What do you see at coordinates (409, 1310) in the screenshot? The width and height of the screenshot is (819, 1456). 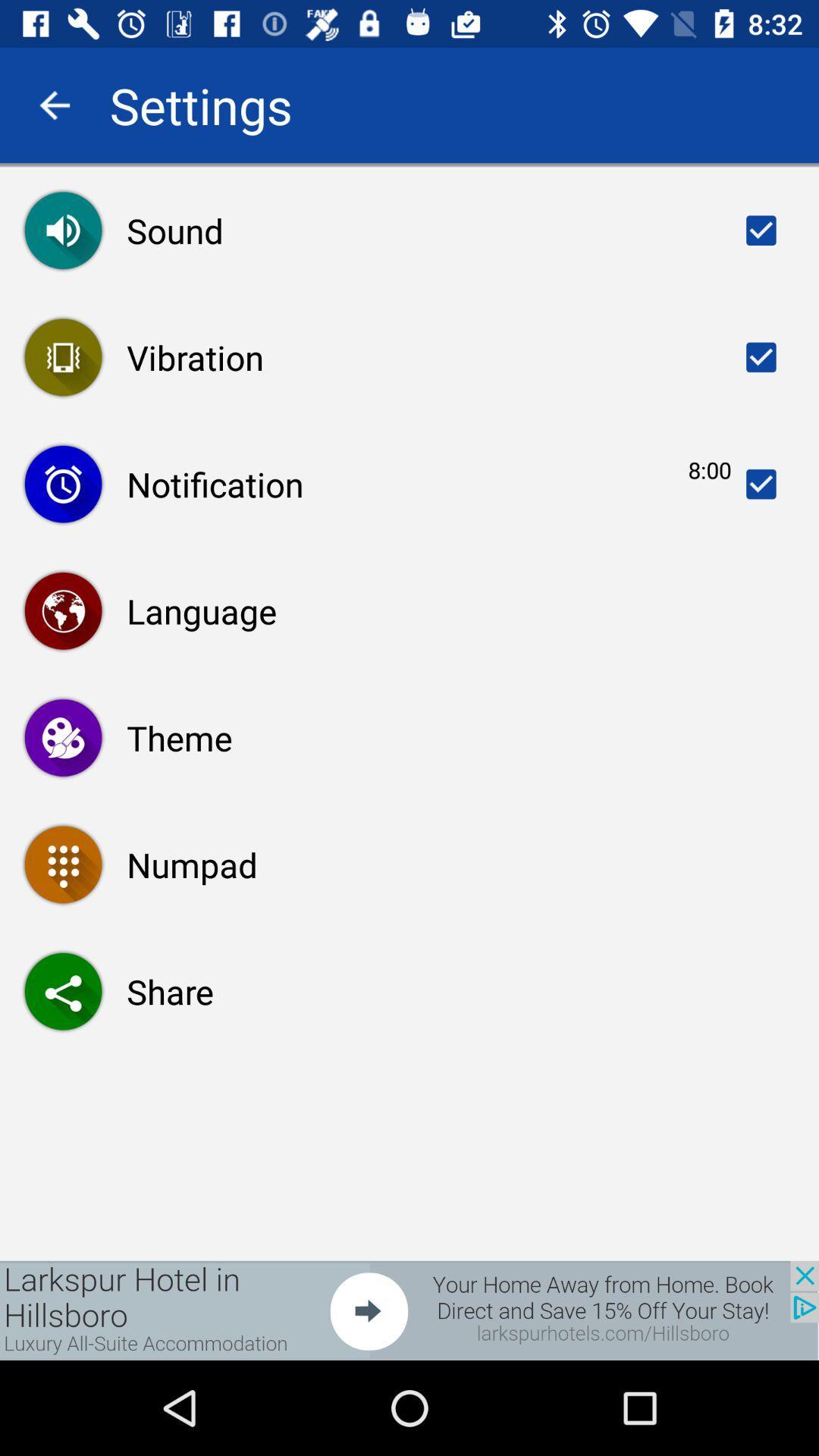 I see `opens a advertisement` at bounding box center [409, 1310].